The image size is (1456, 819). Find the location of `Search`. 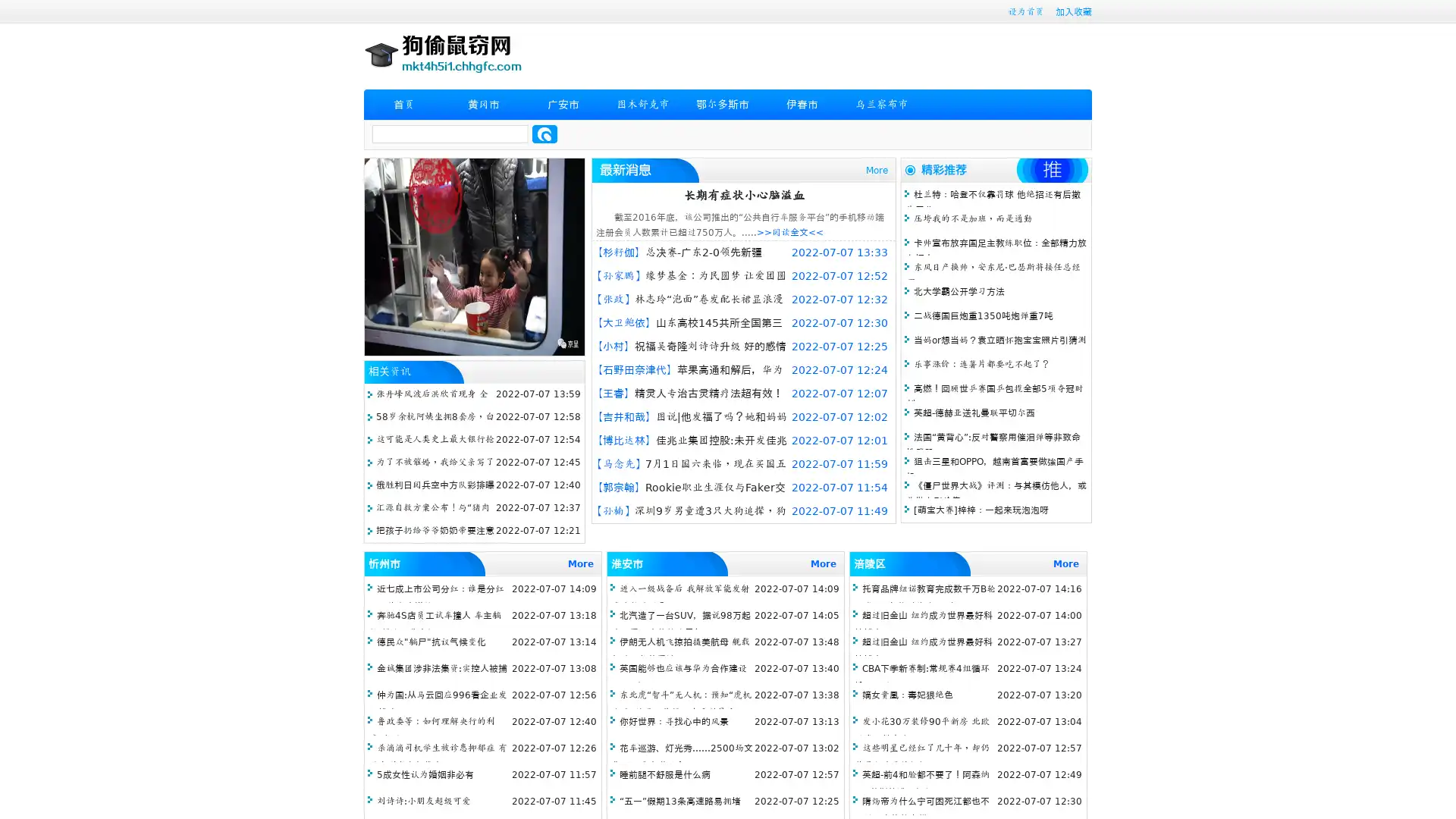

Search is located at coordinates (544, 133).